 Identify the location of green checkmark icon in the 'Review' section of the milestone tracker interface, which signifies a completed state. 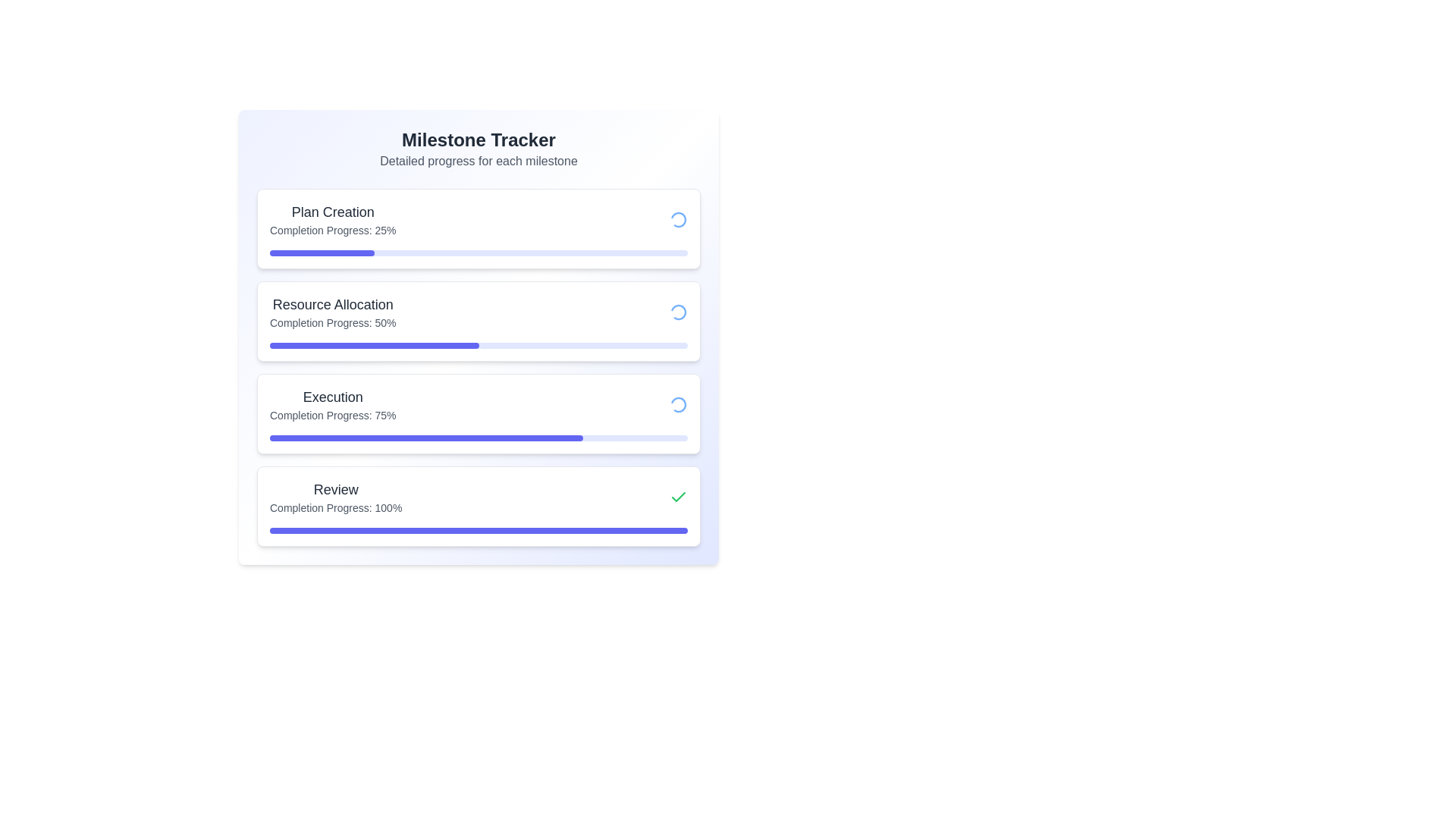
(677, 497).